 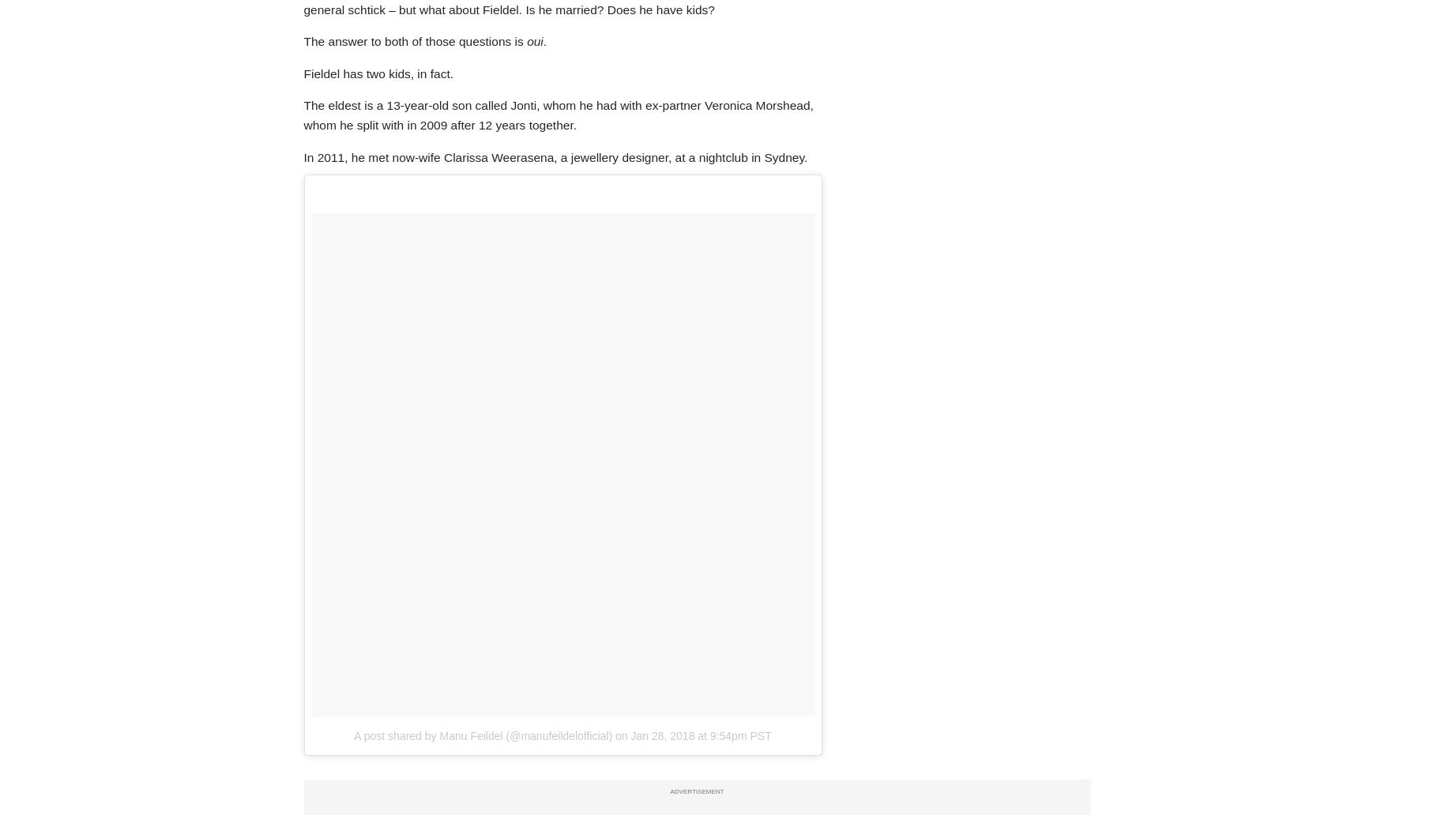 What do you see at coordinates (630, 734) in the screenshot?
I see `'Jan 28, 2018 at 9:54pm PST'` at bounding box center [630, 734].